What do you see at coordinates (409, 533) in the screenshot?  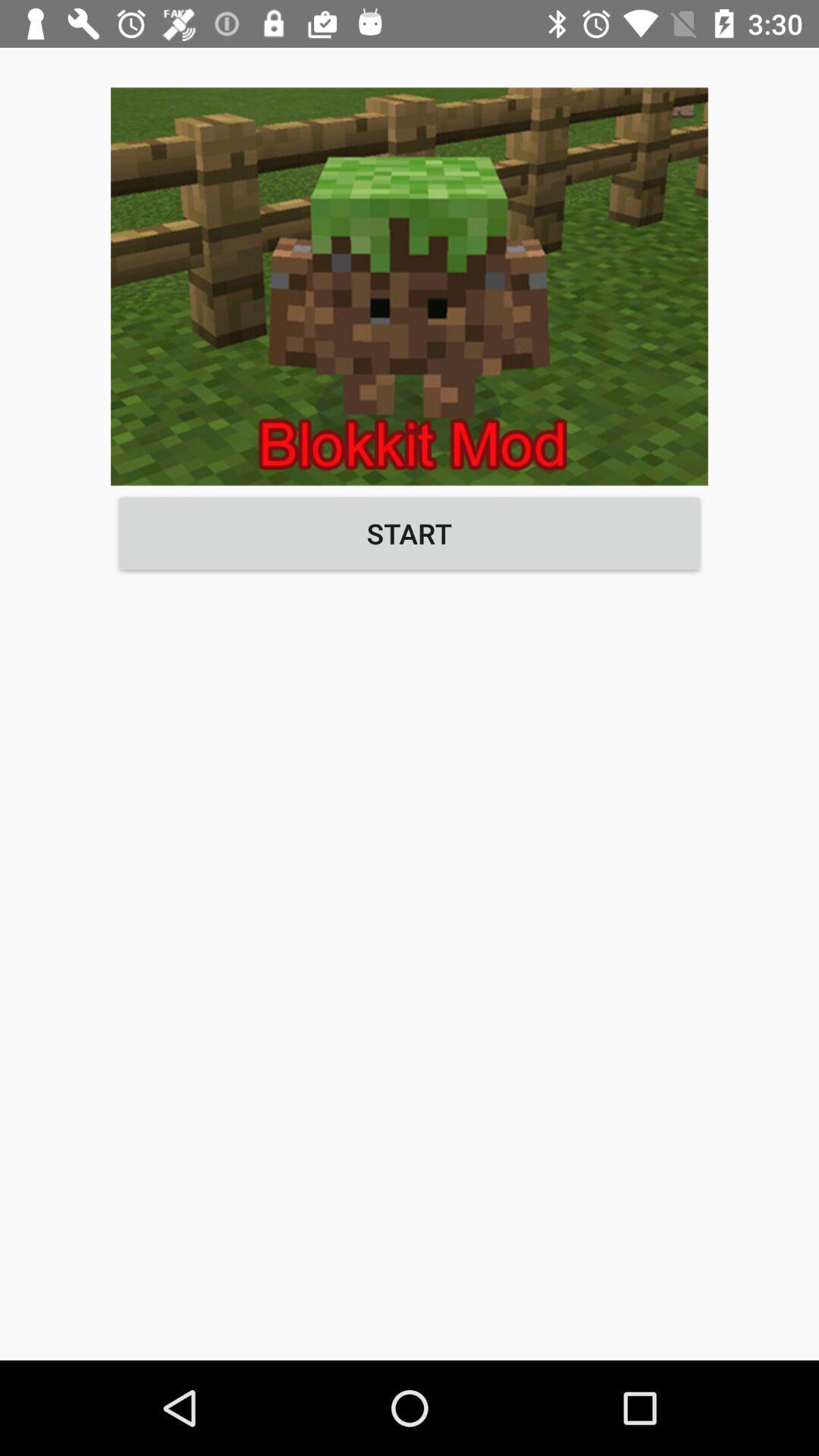 I see `start button` at bounding box center [409, 533].